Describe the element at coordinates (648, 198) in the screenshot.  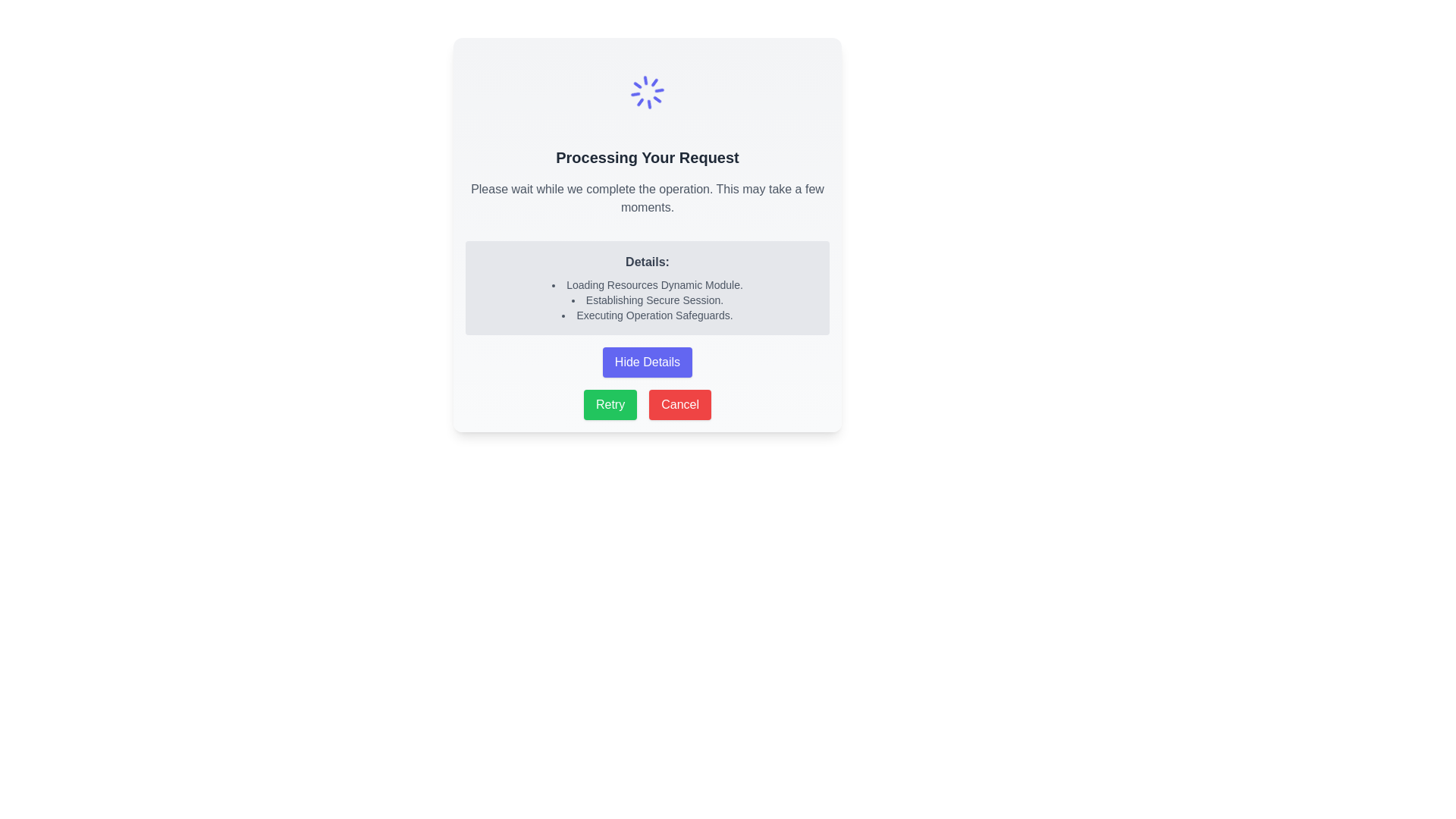
I see `the text block that displays the message 'Please wait while we complete the operation. This may take a few moments.' positioned below the title 'Processing Your Request'` at that location.